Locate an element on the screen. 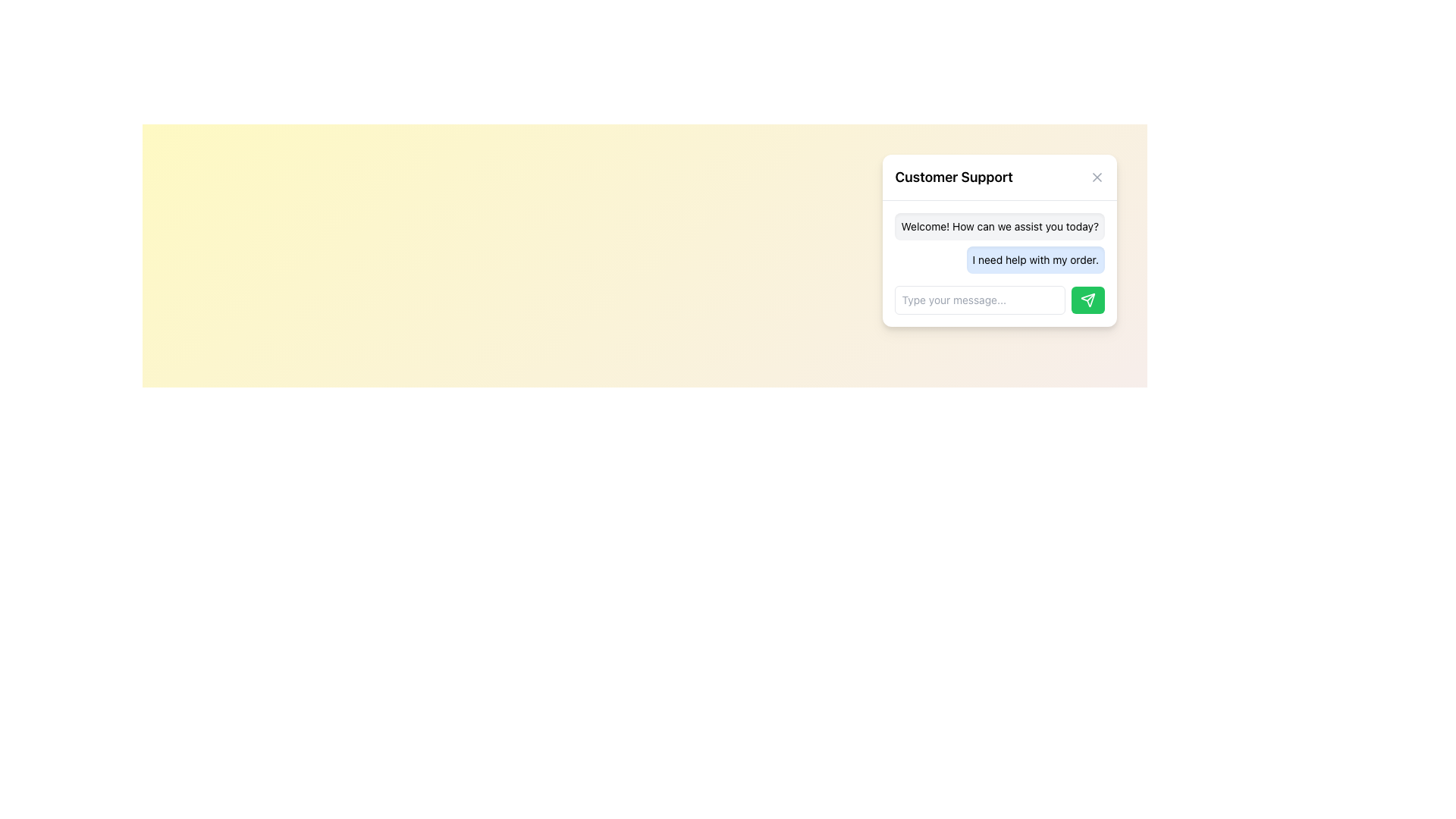  the close button represented by an 'X' icon located at the top-right corner of the 'Customer Support' panel is located at coordinates (1097, 177).